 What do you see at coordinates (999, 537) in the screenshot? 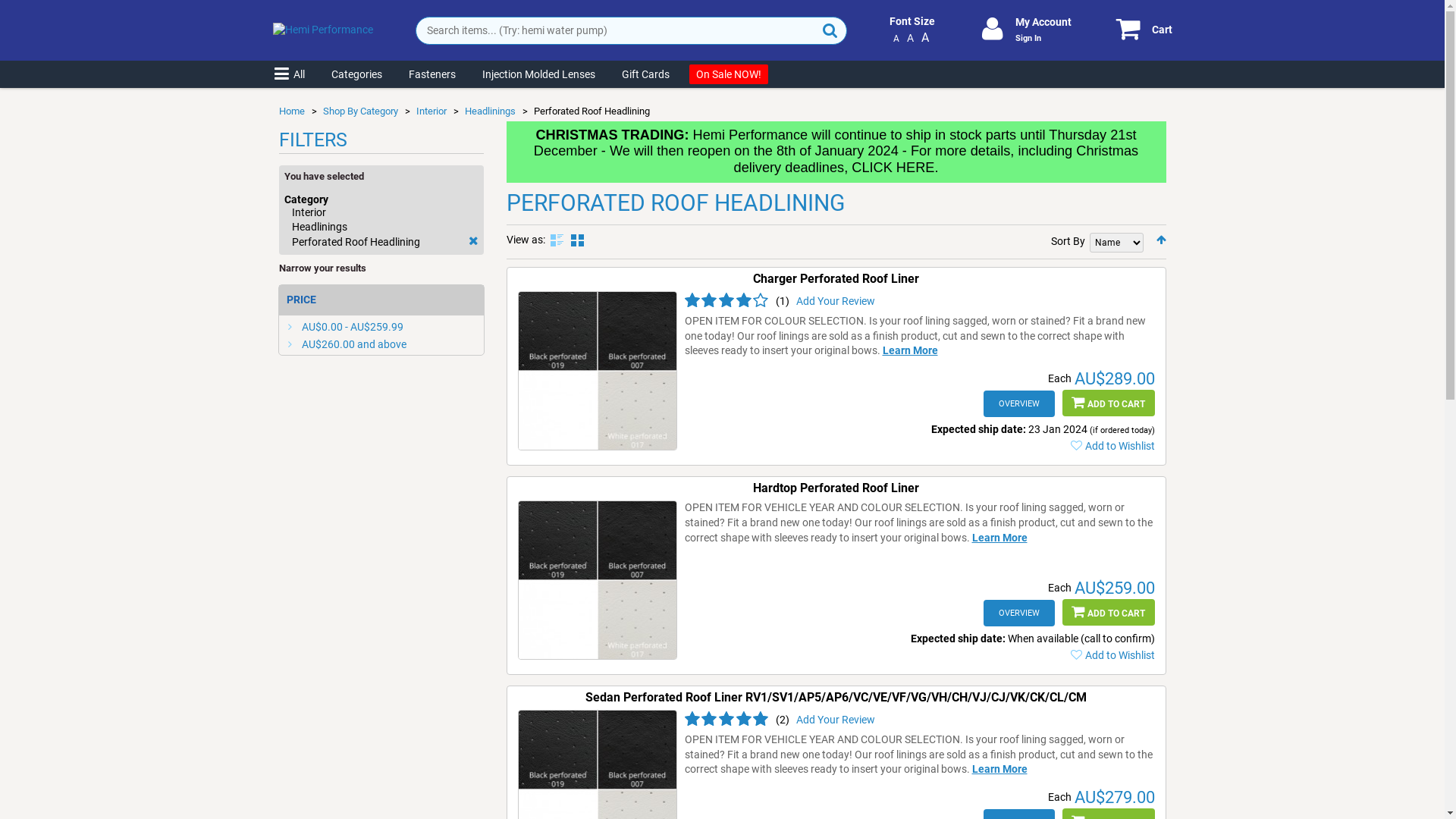
I see `'Learn More'` at bounding box center [999, 537].